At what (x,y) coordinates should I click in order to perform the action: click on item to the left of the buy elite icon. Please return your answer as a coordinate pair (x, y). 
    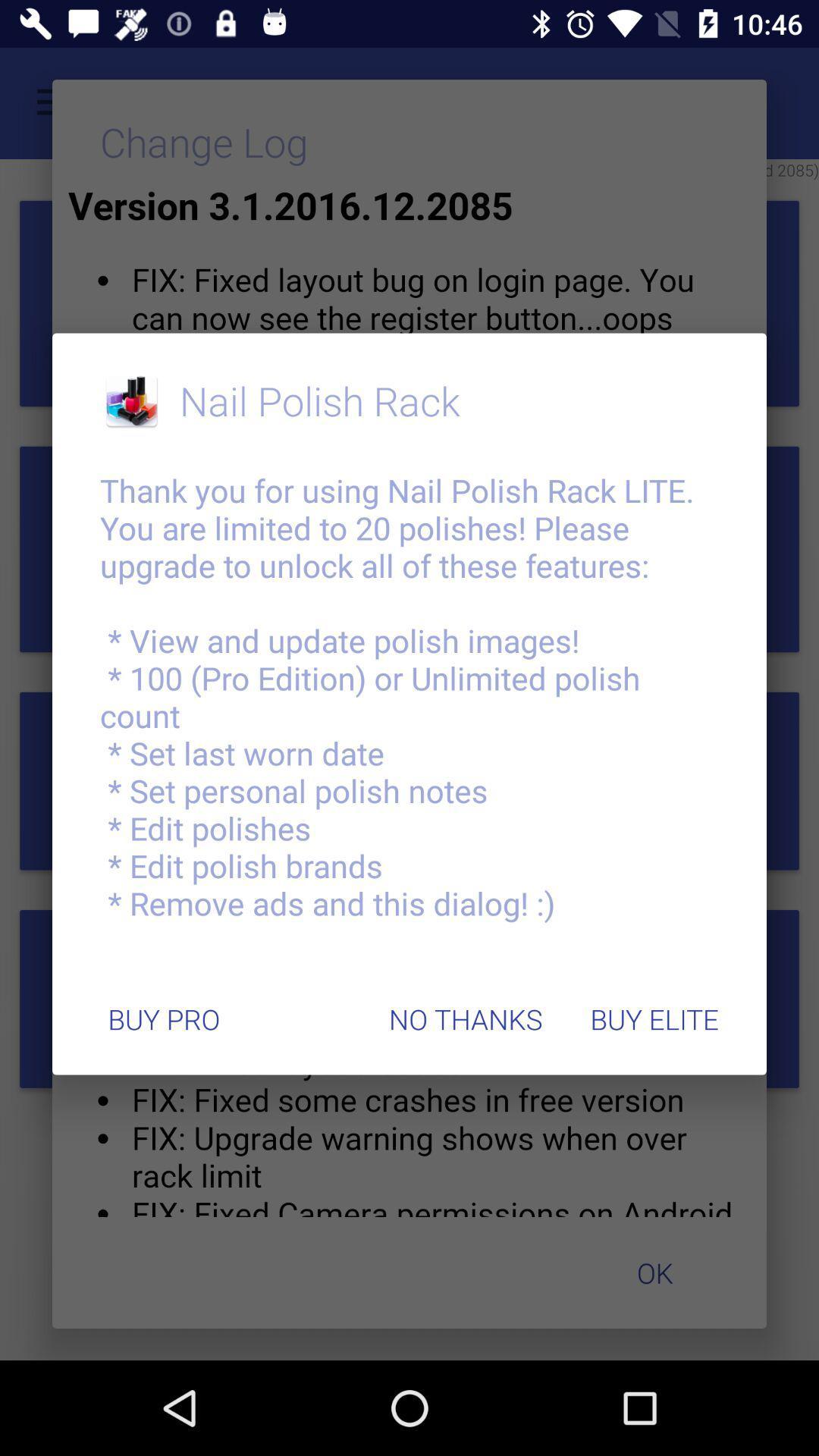
    Looking at the image, I should click on (465, 1019).